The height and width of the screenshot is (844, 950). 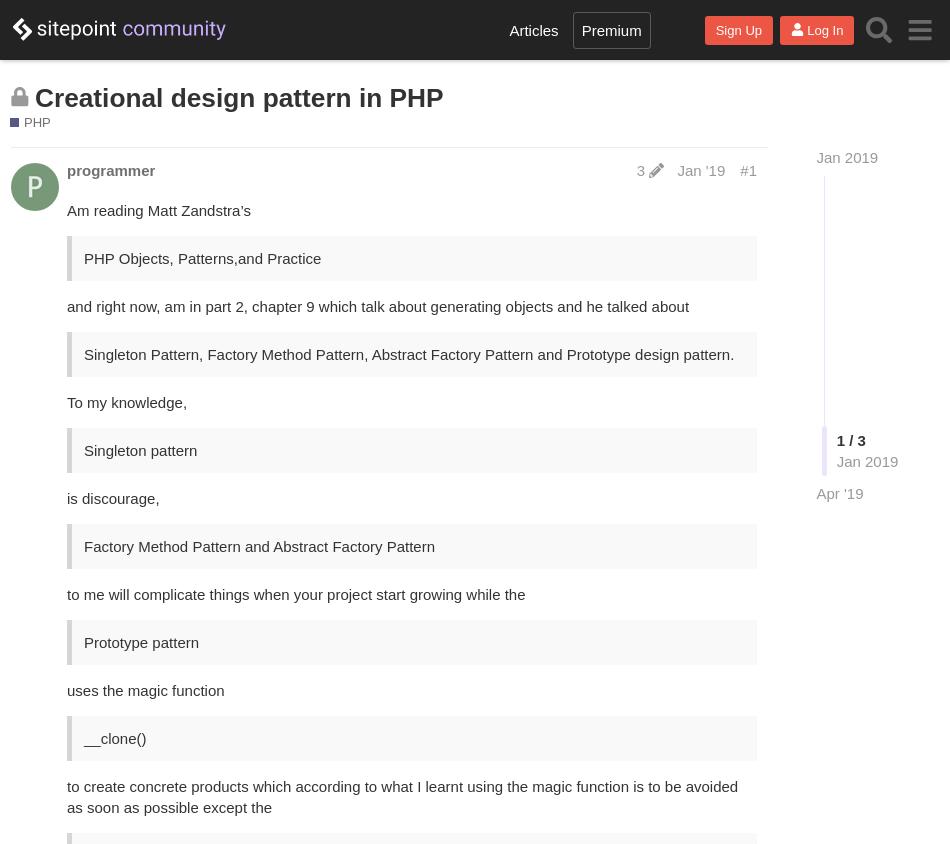 I want to click on 'Sign Up', so click(x=737, y=28).